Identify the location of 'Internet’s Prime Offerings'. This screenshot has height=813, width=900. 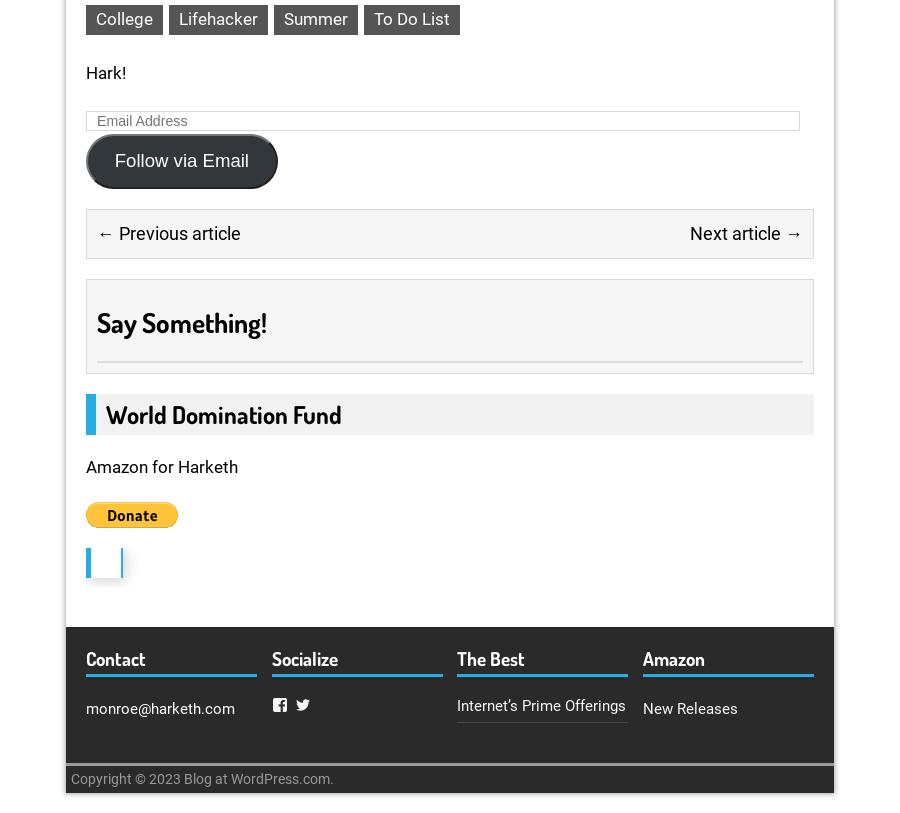
(540, 706).